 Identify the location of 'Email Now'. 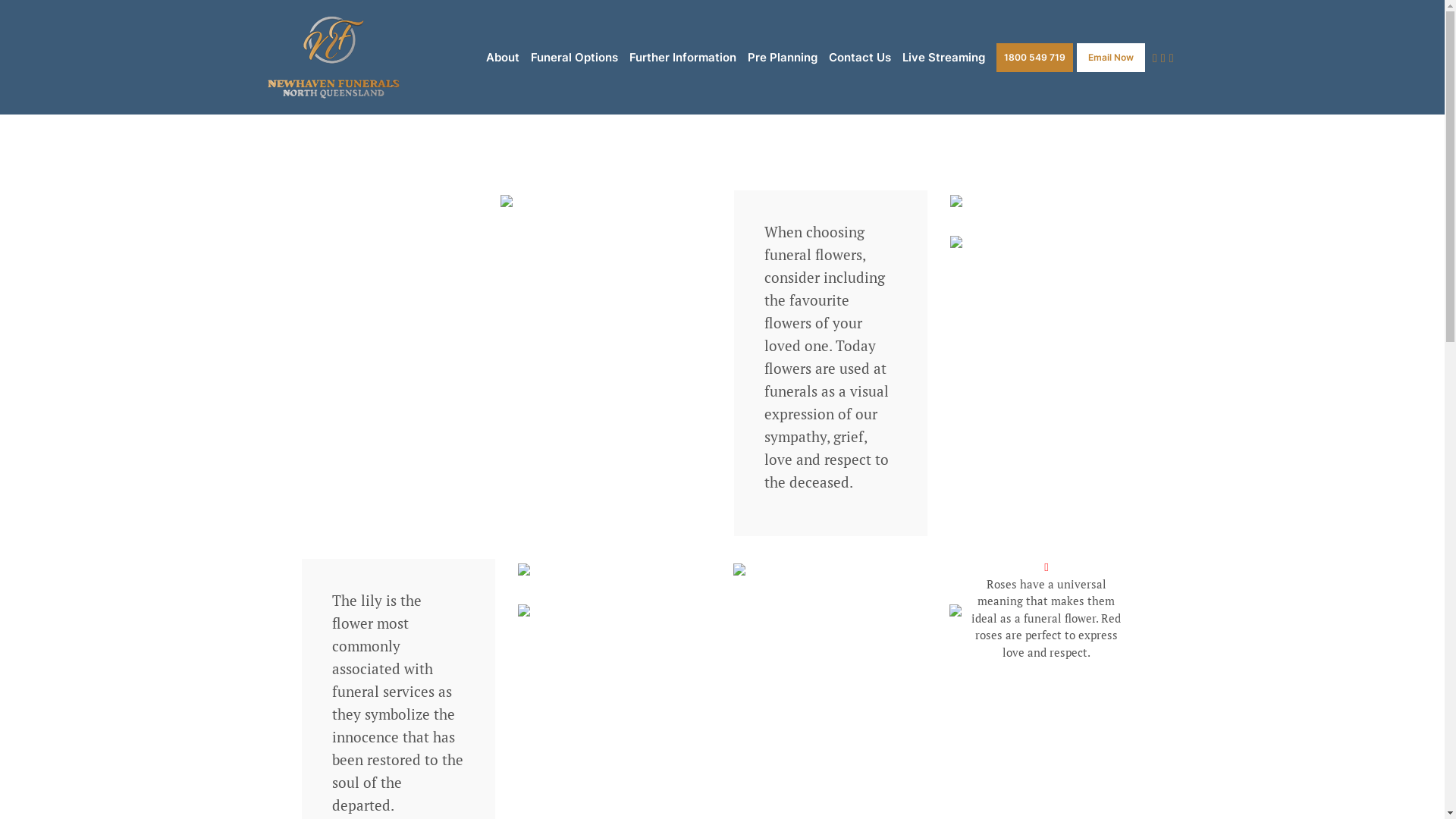
(1076, 55).